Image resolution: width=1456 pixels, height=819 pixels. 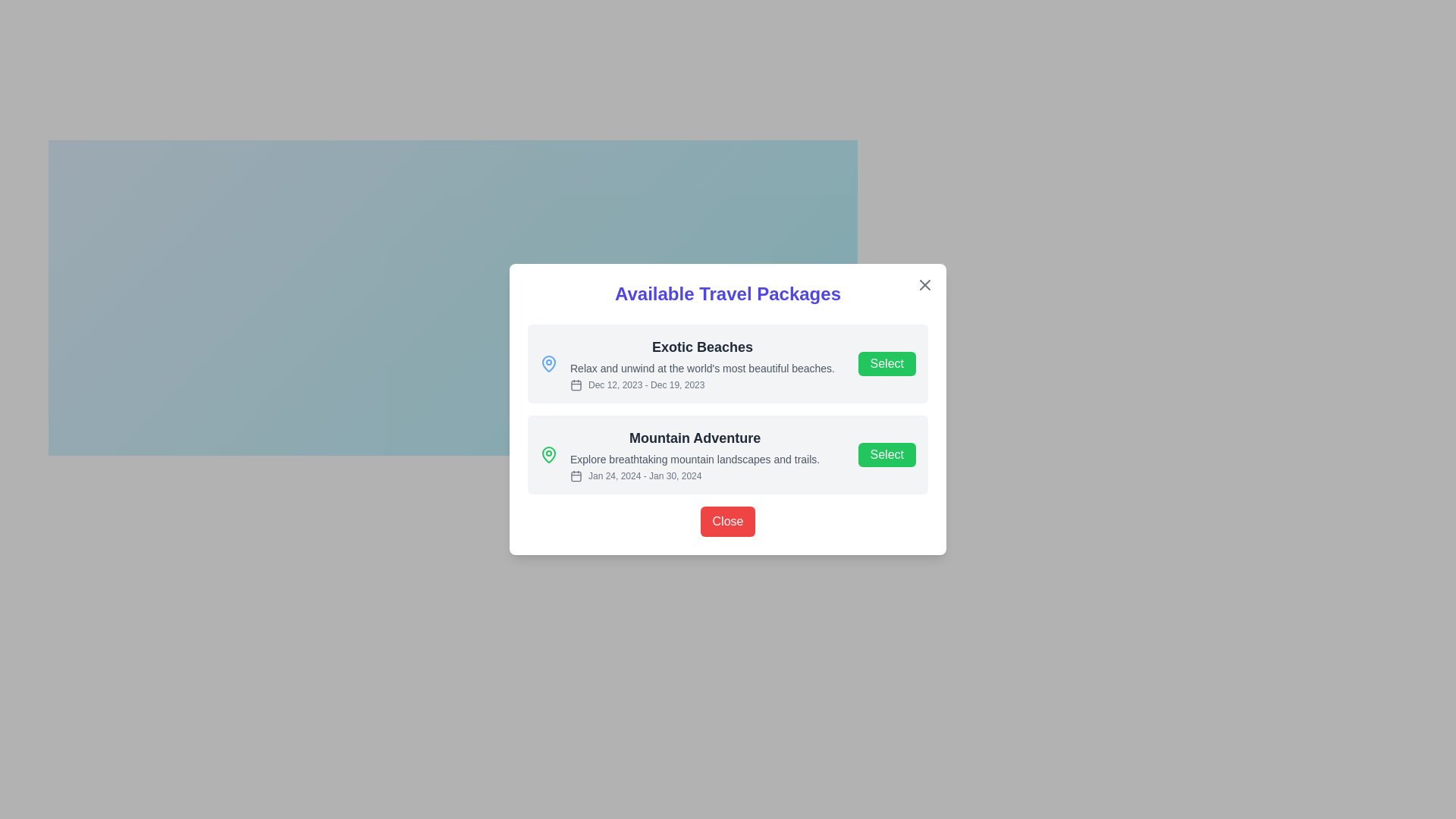 What do you see at coordinates (694, 475) in the screenshot?
I see `displayed date range information from the Text with an icon located below the title 'Mountain Adventure' and the descriptive text 'Explore breathtaking mountain landscapes and trails.'` at bounding box center [694, 475].